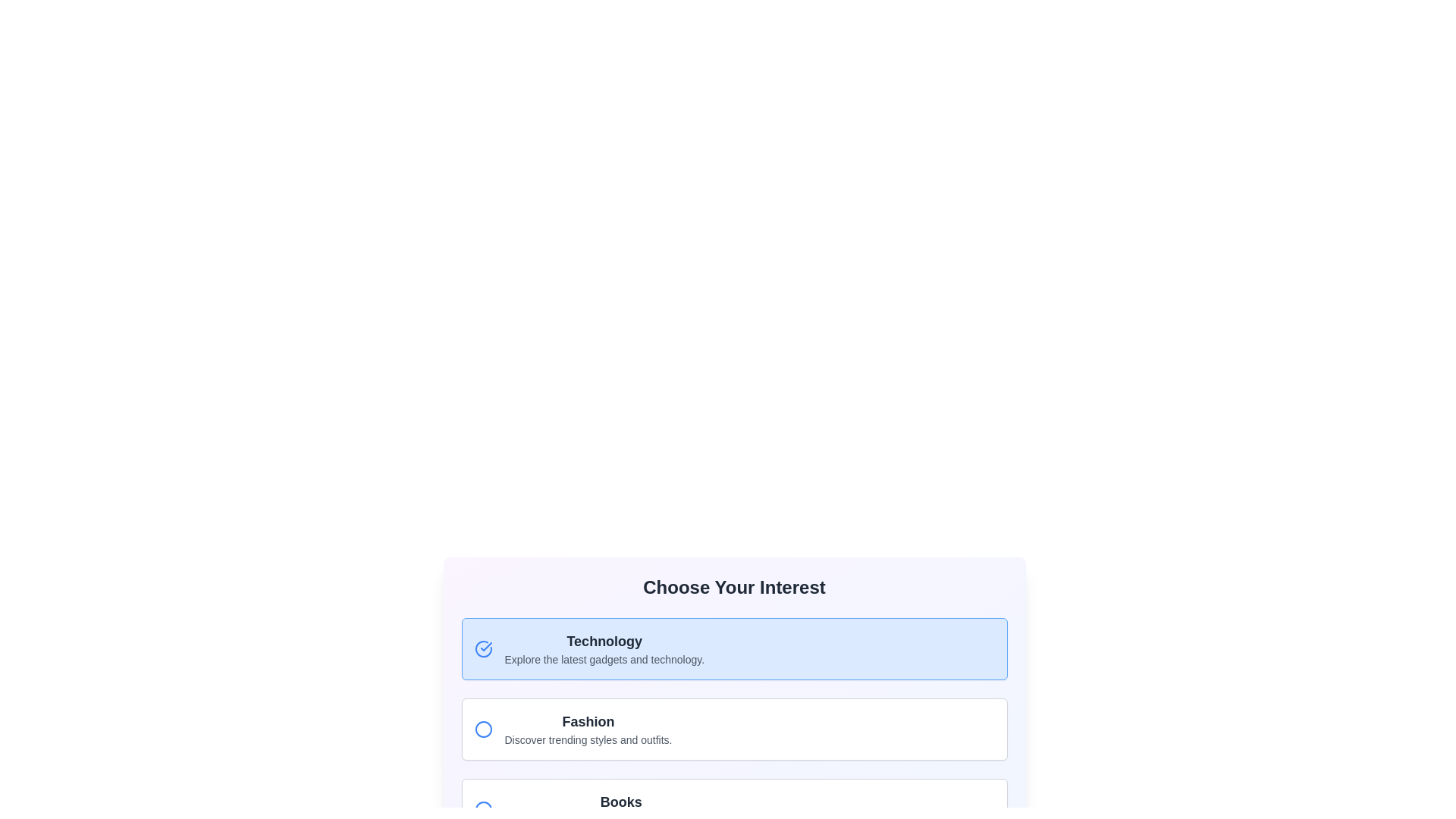 Image resolution: width=1456 pixels, height=819 pixels. I want to click on the Checkmark icon indicating the selection of the 'Technology' option, which is positioned at the top-left corner of its selection box, so click(486, 646).